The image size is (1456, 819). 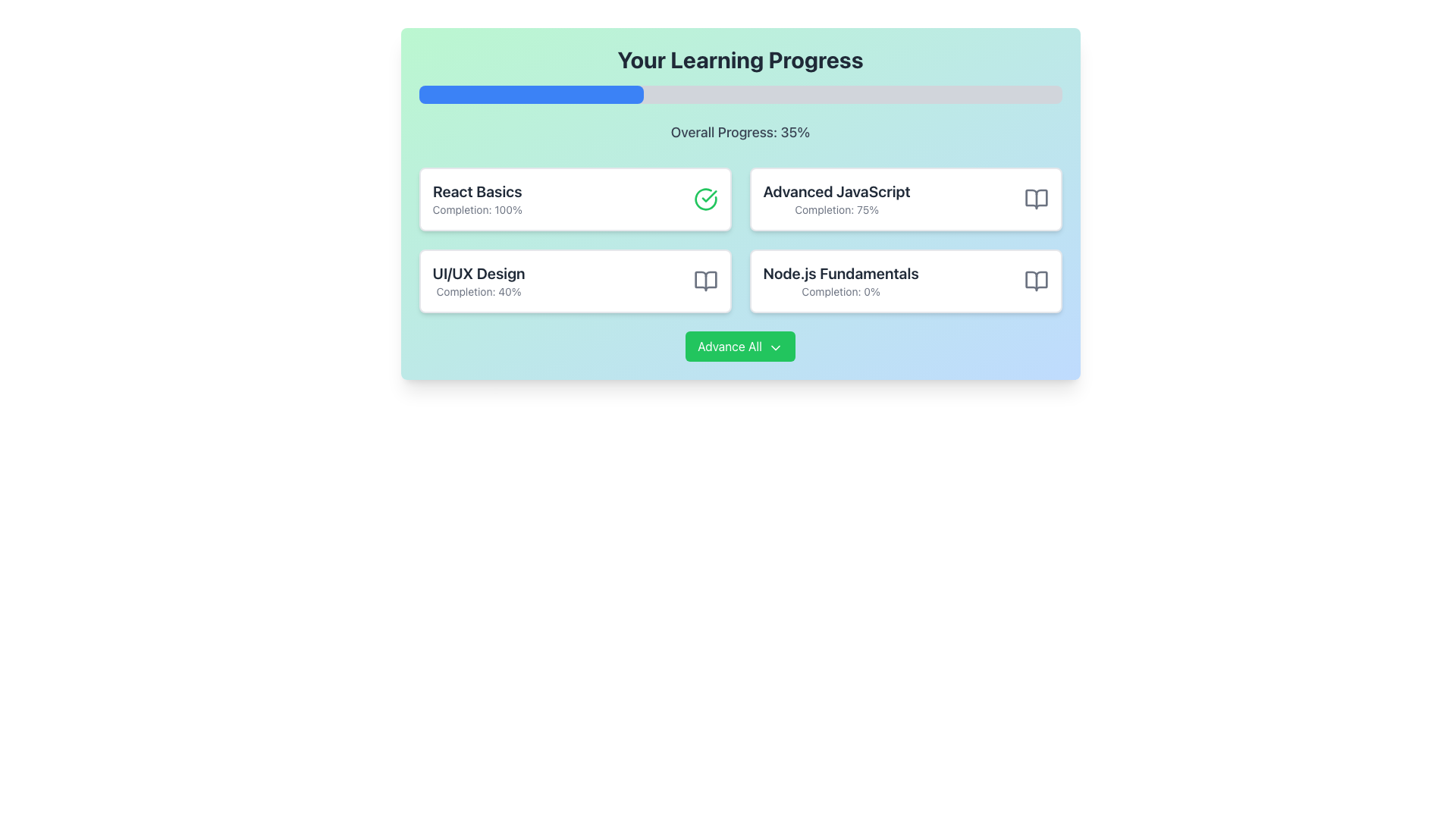 What do you see at coordinates (478, 281) in the screenshot?
I see `Text Block displaying the course title and completion percentage for the UI/UX Design course, positioned below 'Your Learning Progress' in the second card under 'React Basics'` at bounding box center [478, 281].